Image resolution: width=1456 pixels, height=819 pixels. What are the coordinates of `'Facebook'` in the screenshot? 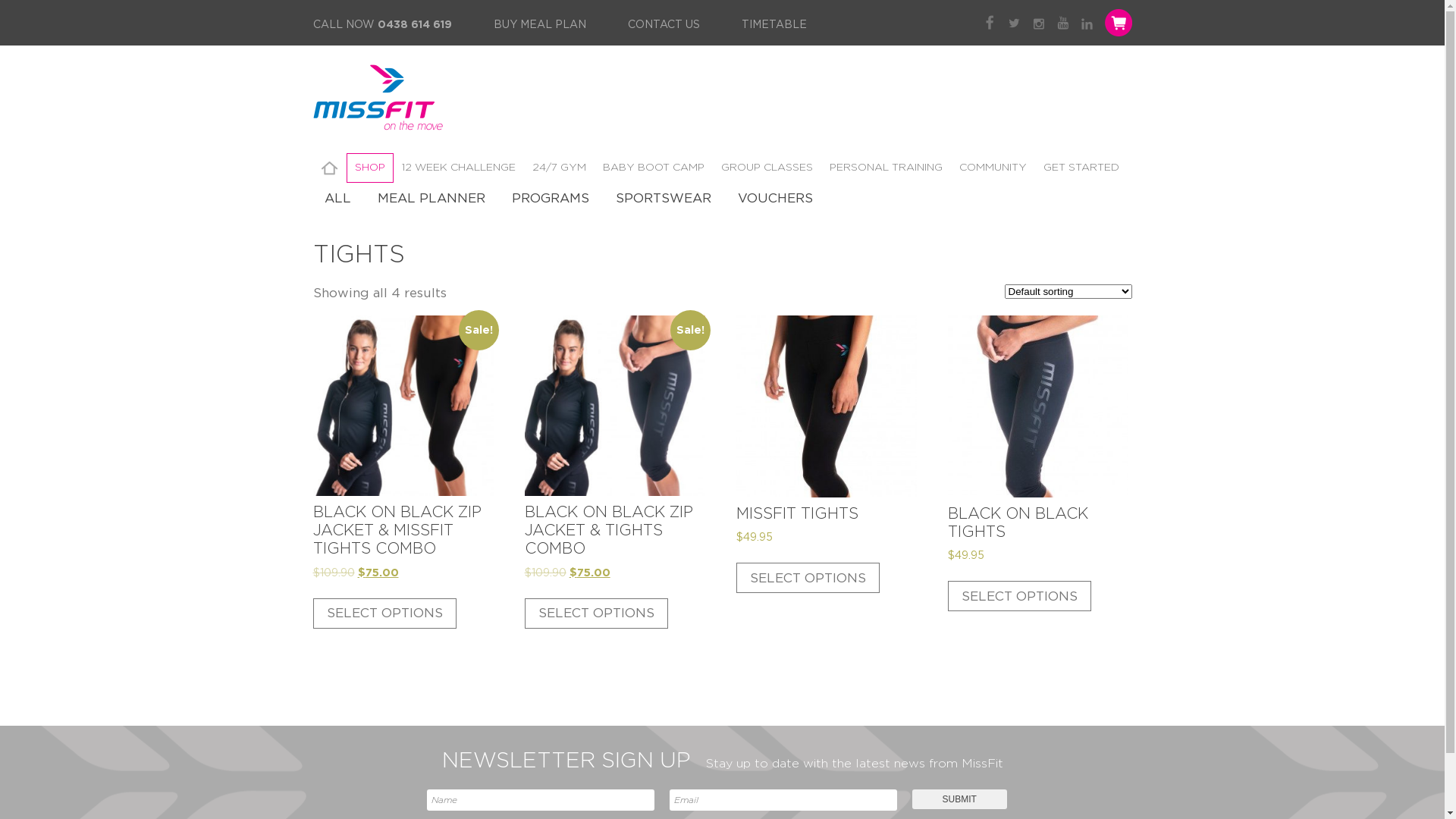 It's located at (990, 23).